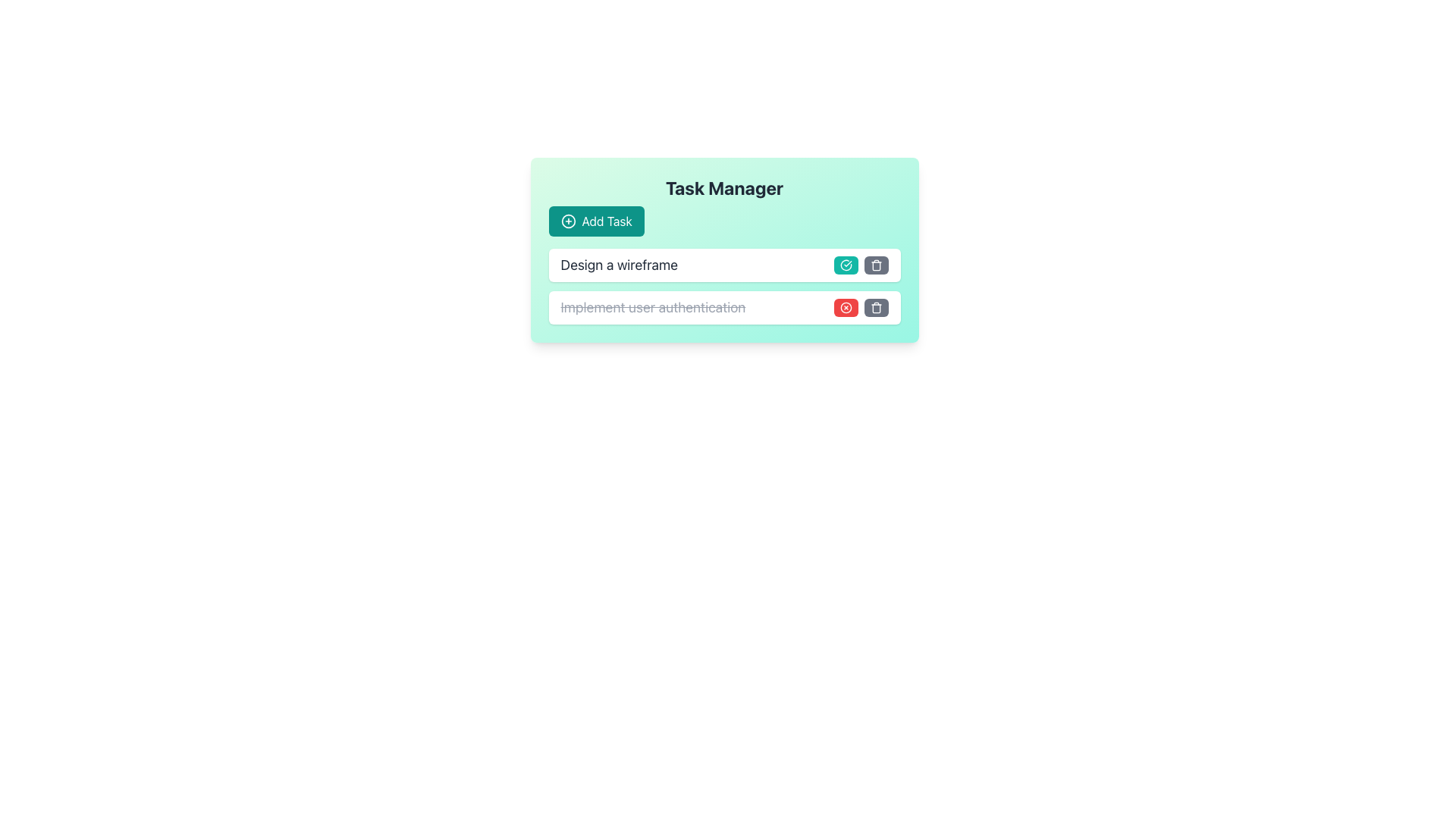 The height and width of the screenshot is (819, 1456). I want to click on the checkmark icon in the 'Design a wireframe' task row, so click(845, 265).